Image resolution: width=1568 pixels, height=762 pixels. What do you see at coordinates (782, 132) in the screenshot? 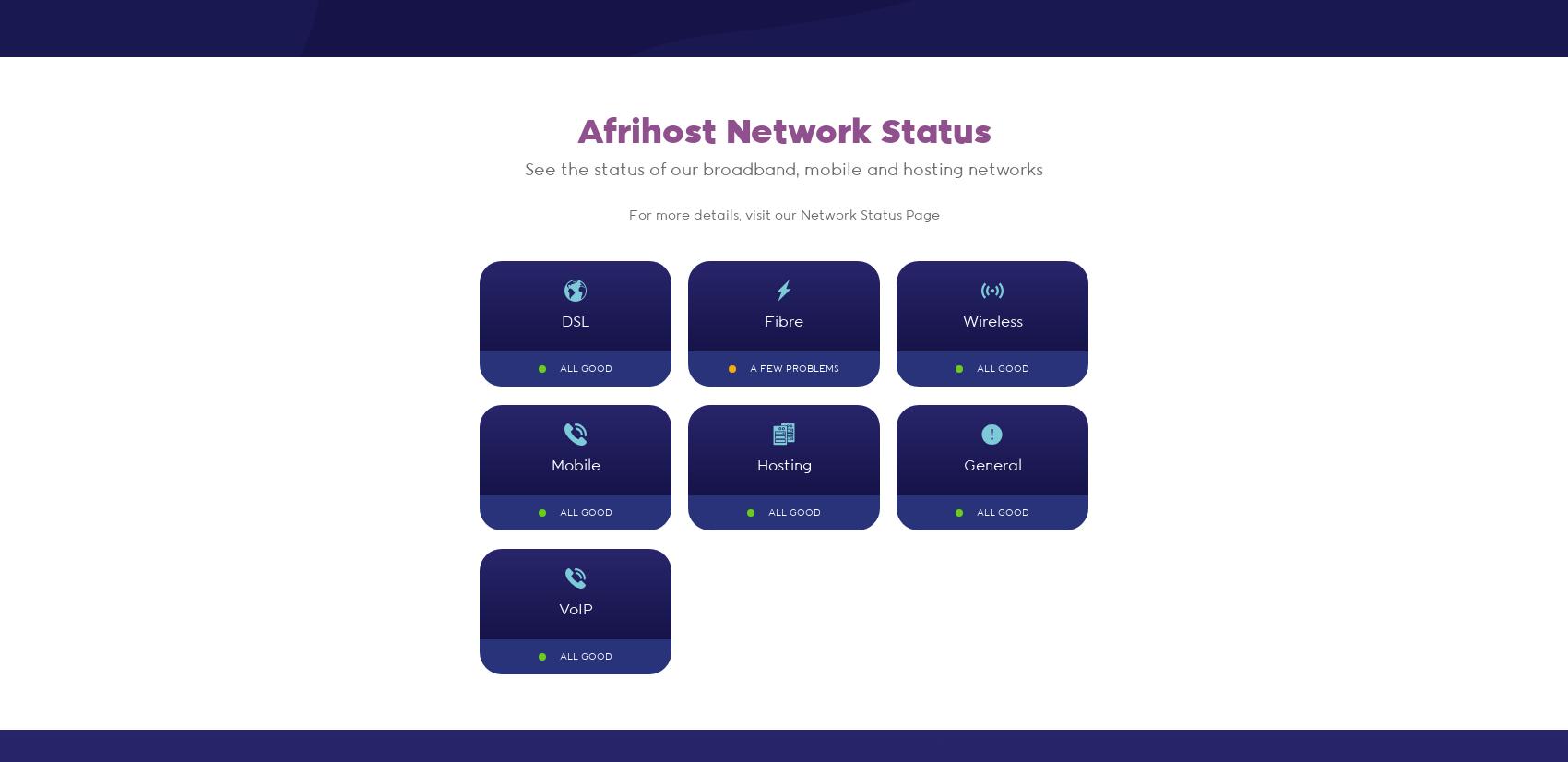
I see `'Afrihost Network Status'` at bounding box center [782, 132].